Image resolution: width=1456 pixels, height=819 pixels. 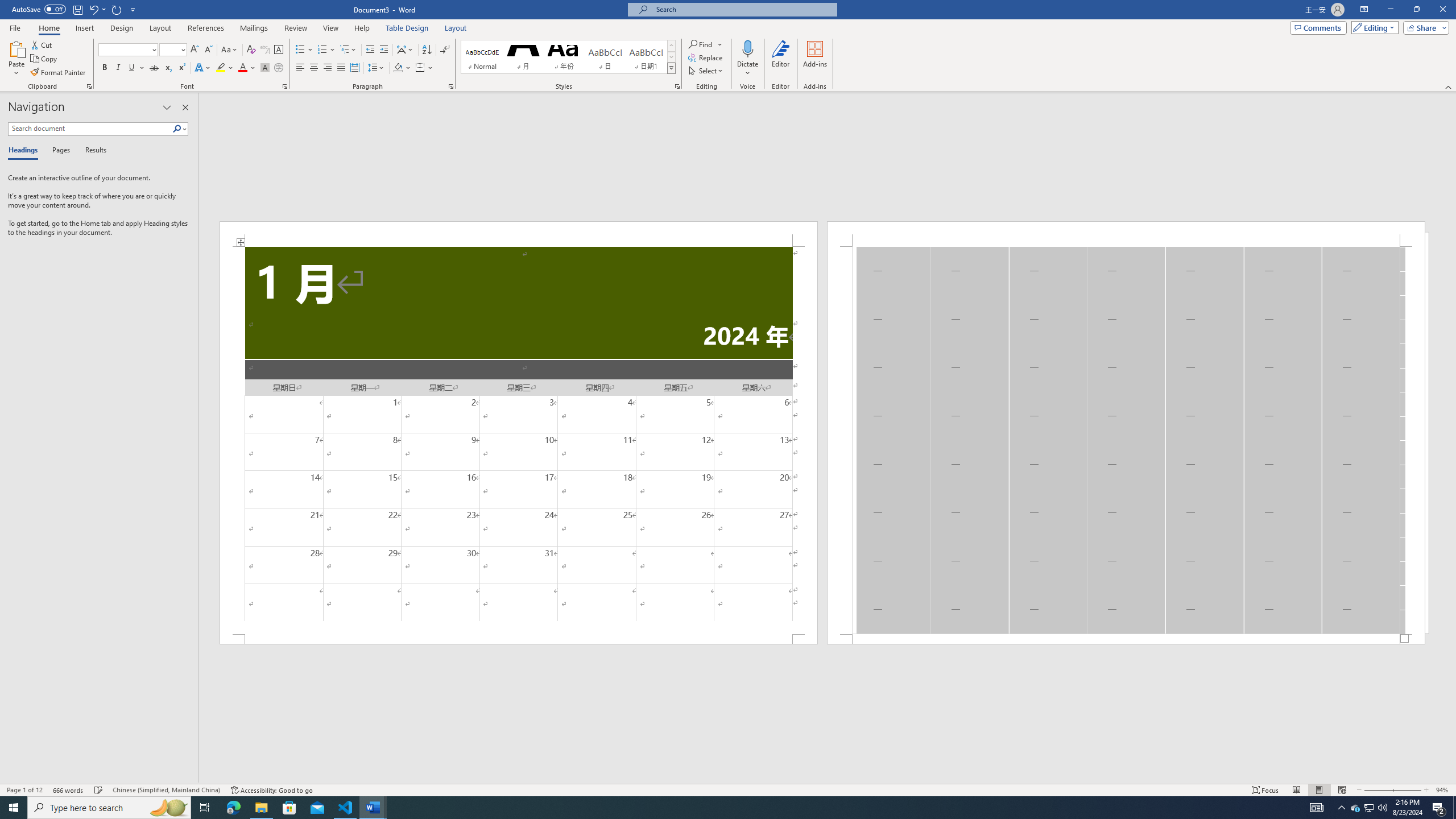 What do you see at coordinates (568, 56) in the screenshot?
I see `'AutomationID: QuickStylesGallery'` at bounding box center [568, 56].